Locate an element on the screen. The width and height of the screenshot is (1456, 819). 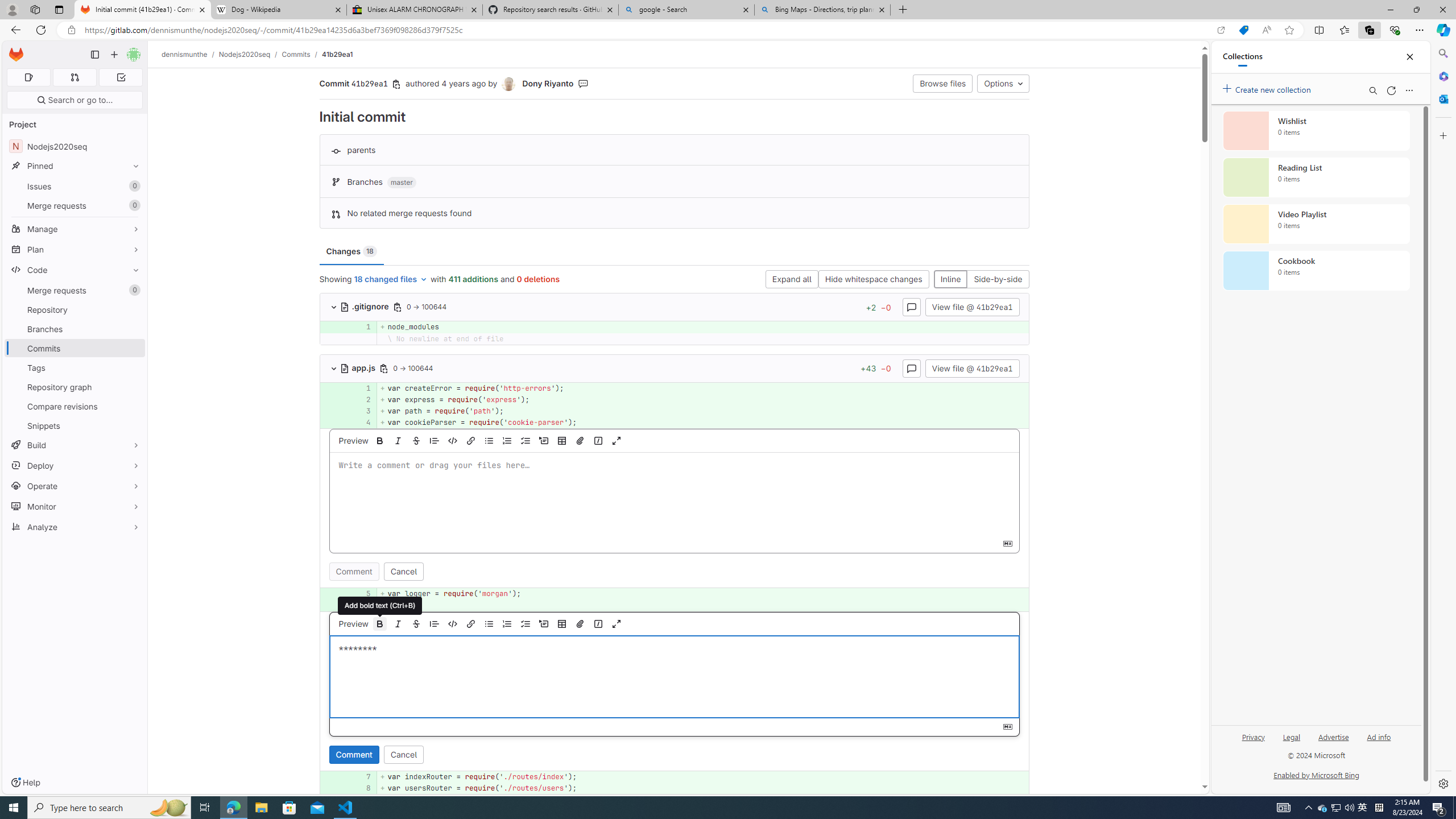
'18 changed files' is located at coordinates (390, 279).